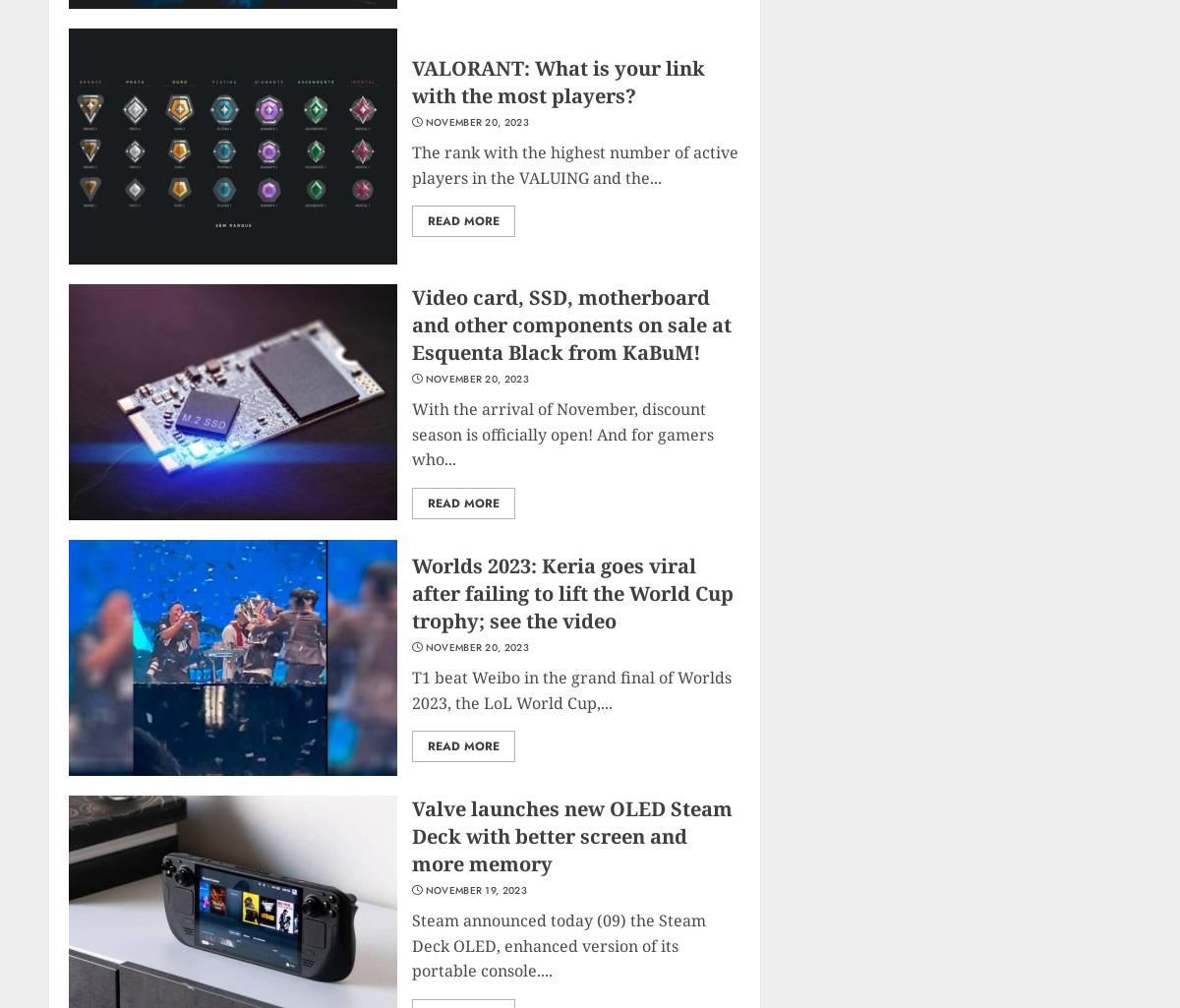 The image size is (1180, 1008). What do you see at coordinates (570, 688) in the screenshot?
I see `'T1 beat Weibo in the grand final of Worlds 2023, the LoL World Cup,...'` at bounding box center [570, 688].